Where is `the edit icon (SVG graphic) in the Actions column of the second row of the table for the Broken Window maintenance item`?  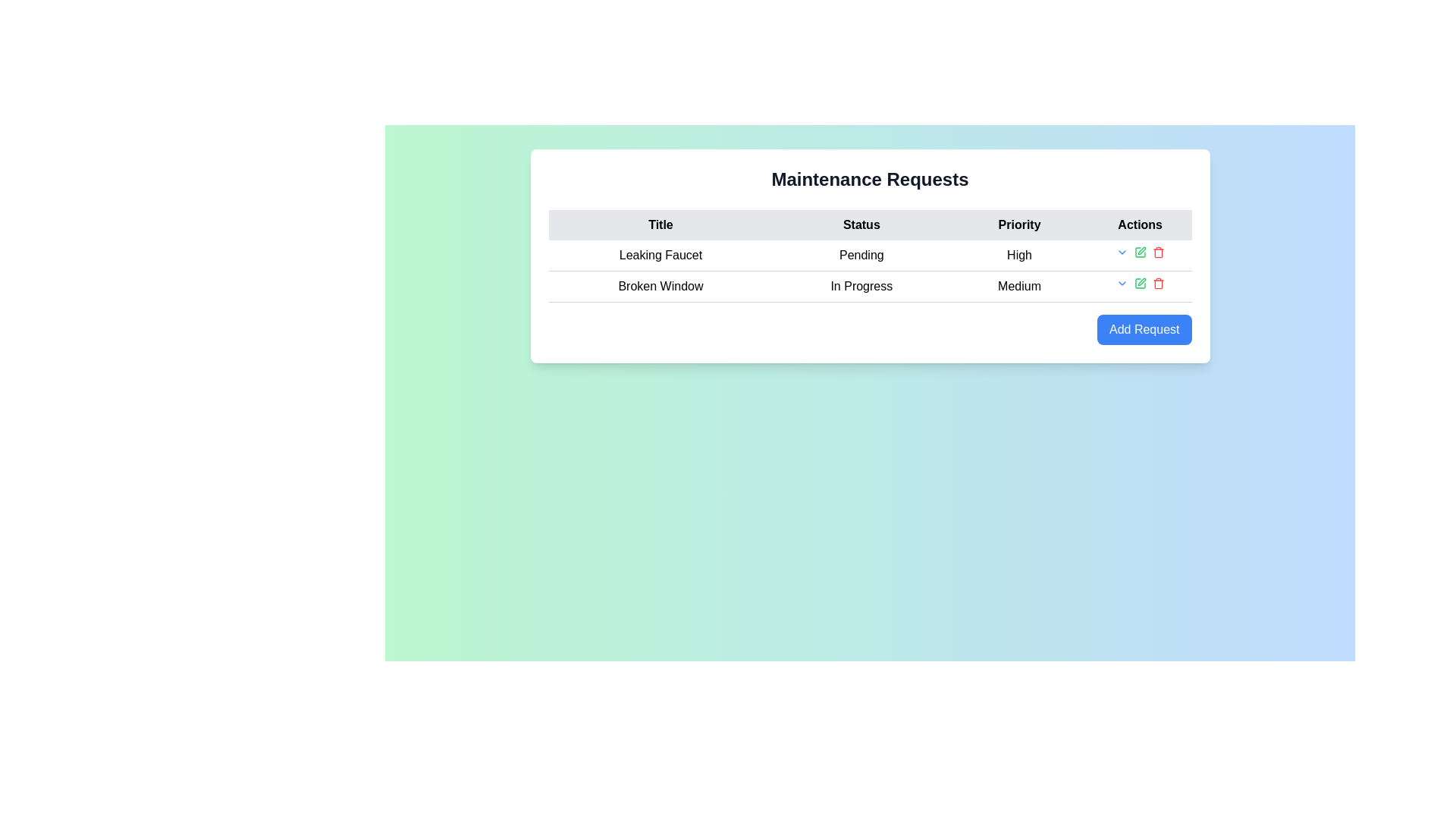
the edit icon (SVG graphic) in the Actions column of the second row of the table for the Broken Window maintenance item is located at coordinates (1140, 284).